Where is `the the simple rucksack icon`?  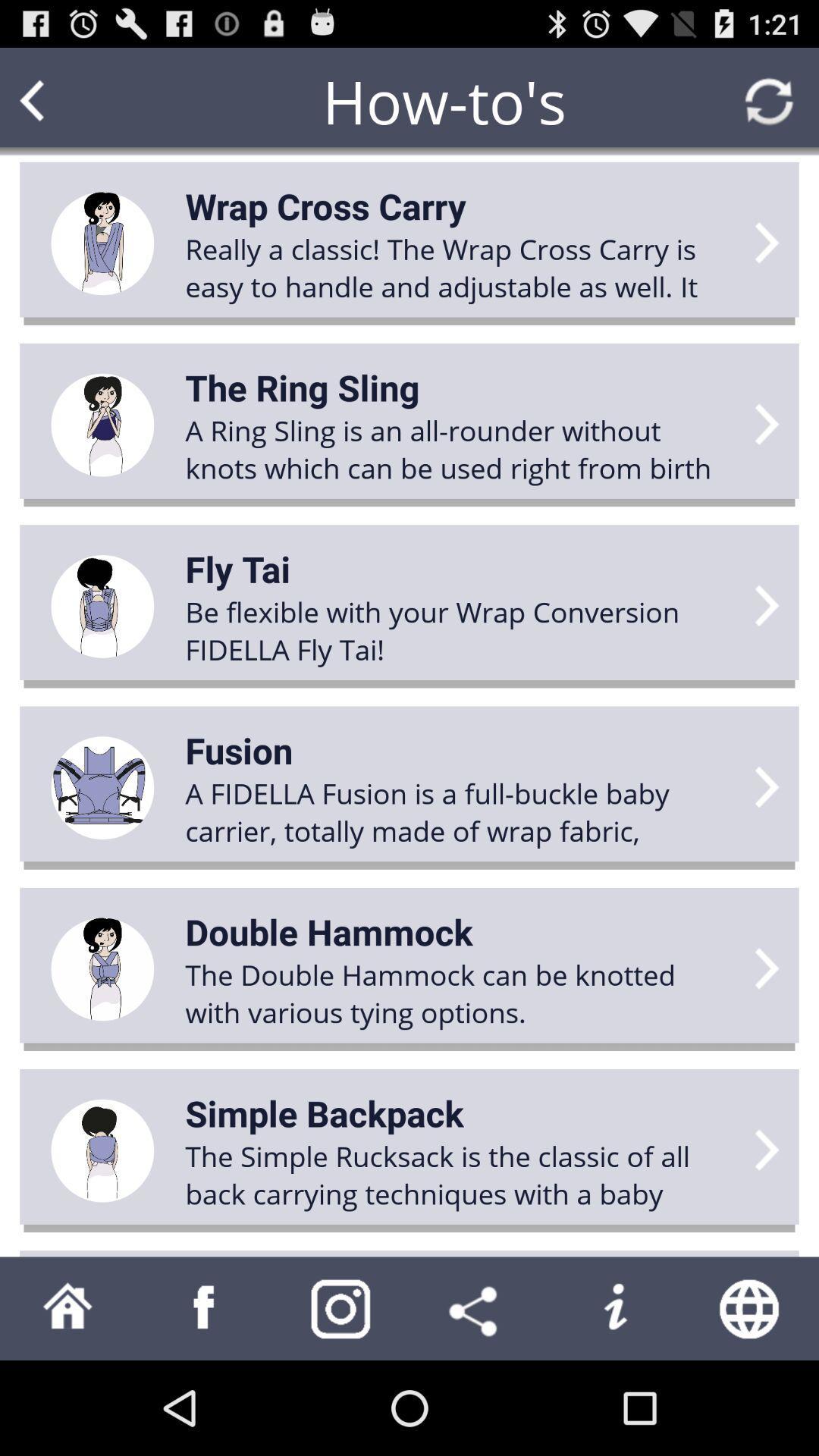 the the simple rucksack icon is located at coordinates (460, 1174).